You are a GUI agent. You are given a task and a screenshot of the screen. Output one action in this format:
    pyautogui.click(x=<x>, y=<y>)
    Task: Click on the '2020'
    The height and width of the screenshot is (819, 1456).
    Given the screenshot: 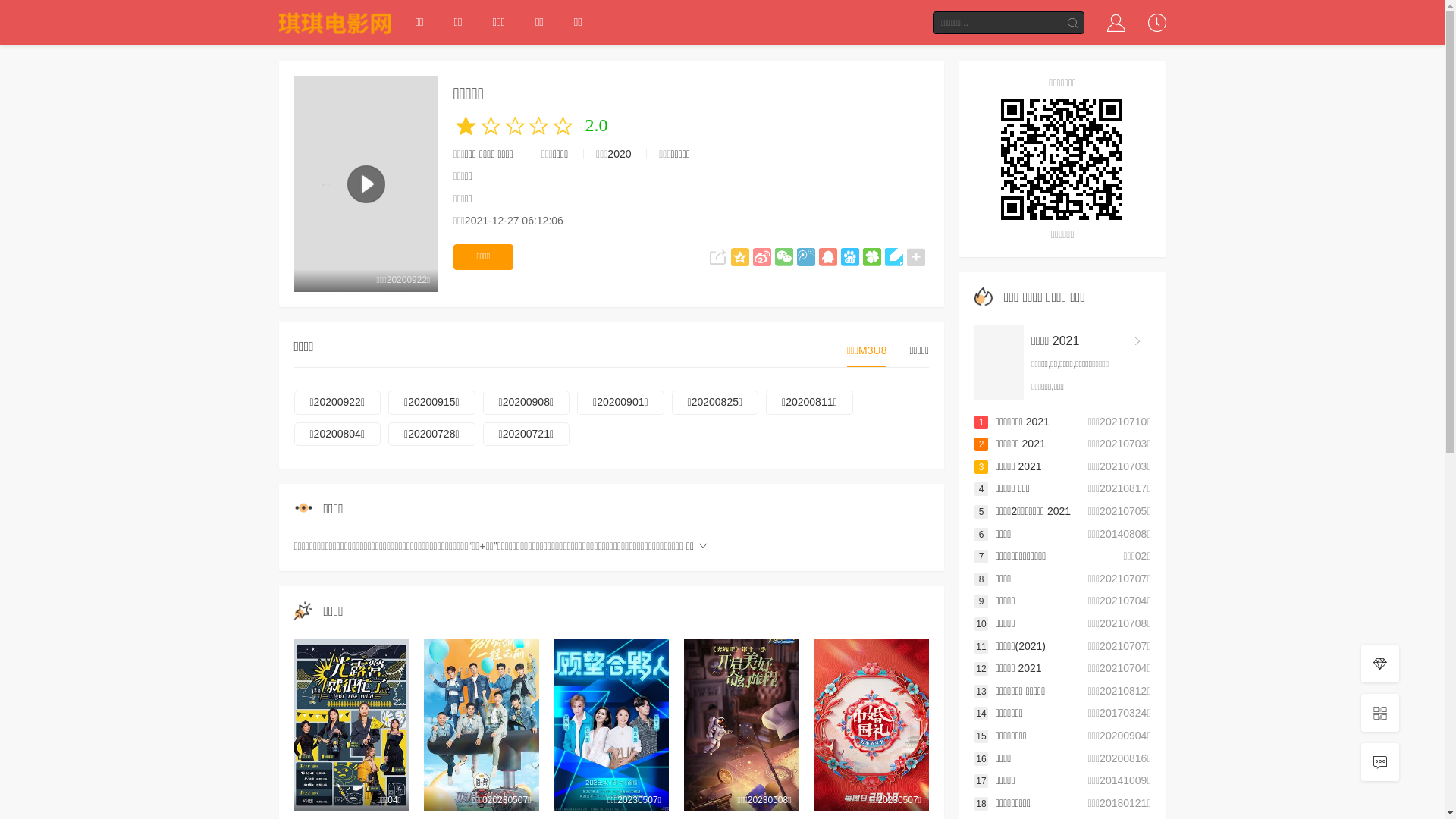 What is the action you would take?
    pyautogui.click(x=619, y=154)
    